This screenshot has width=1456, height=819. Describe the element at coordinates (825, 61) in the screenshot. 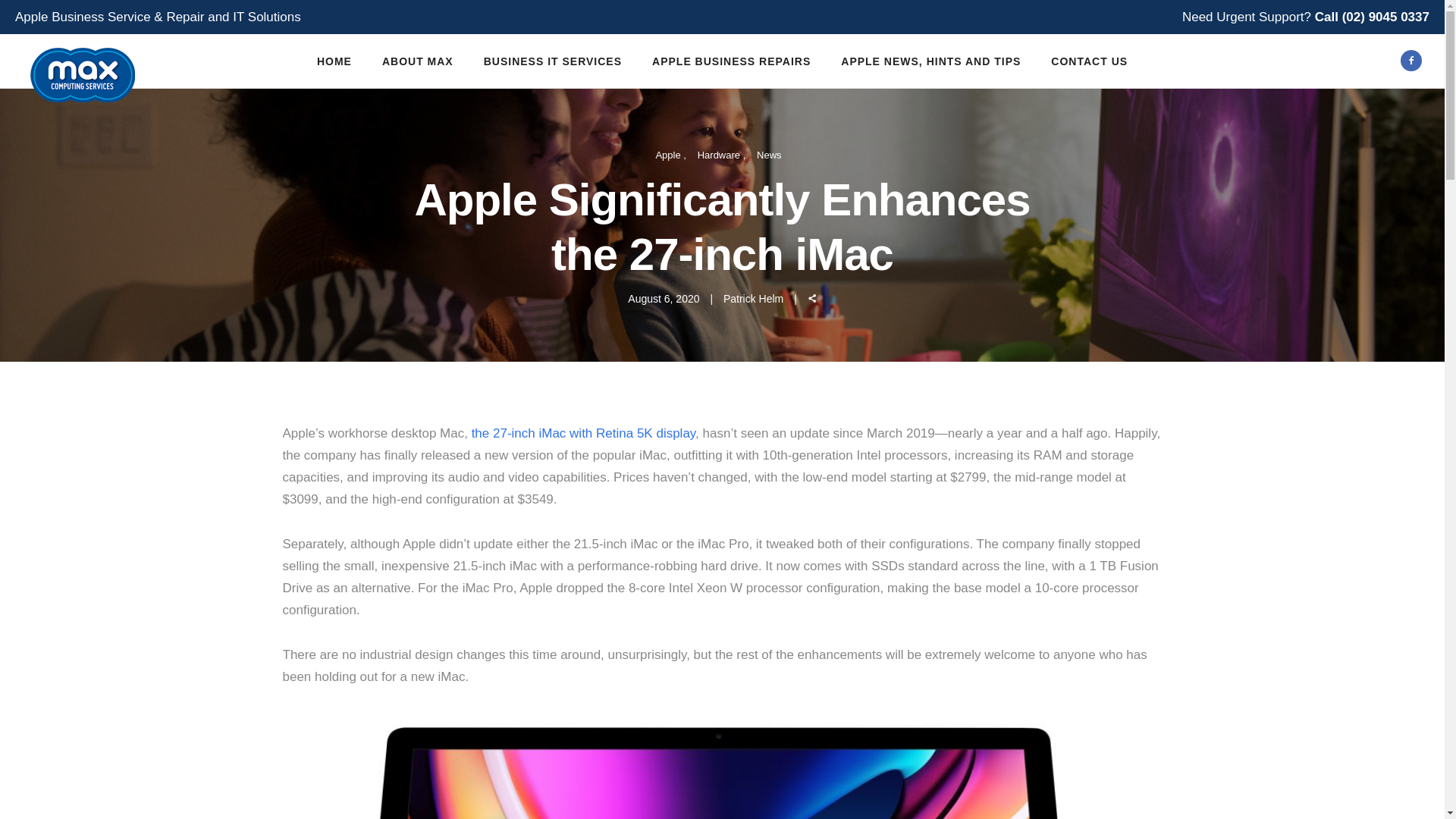

I see `'APPLE NEWS, HINTS AND TIPS'` at that location.